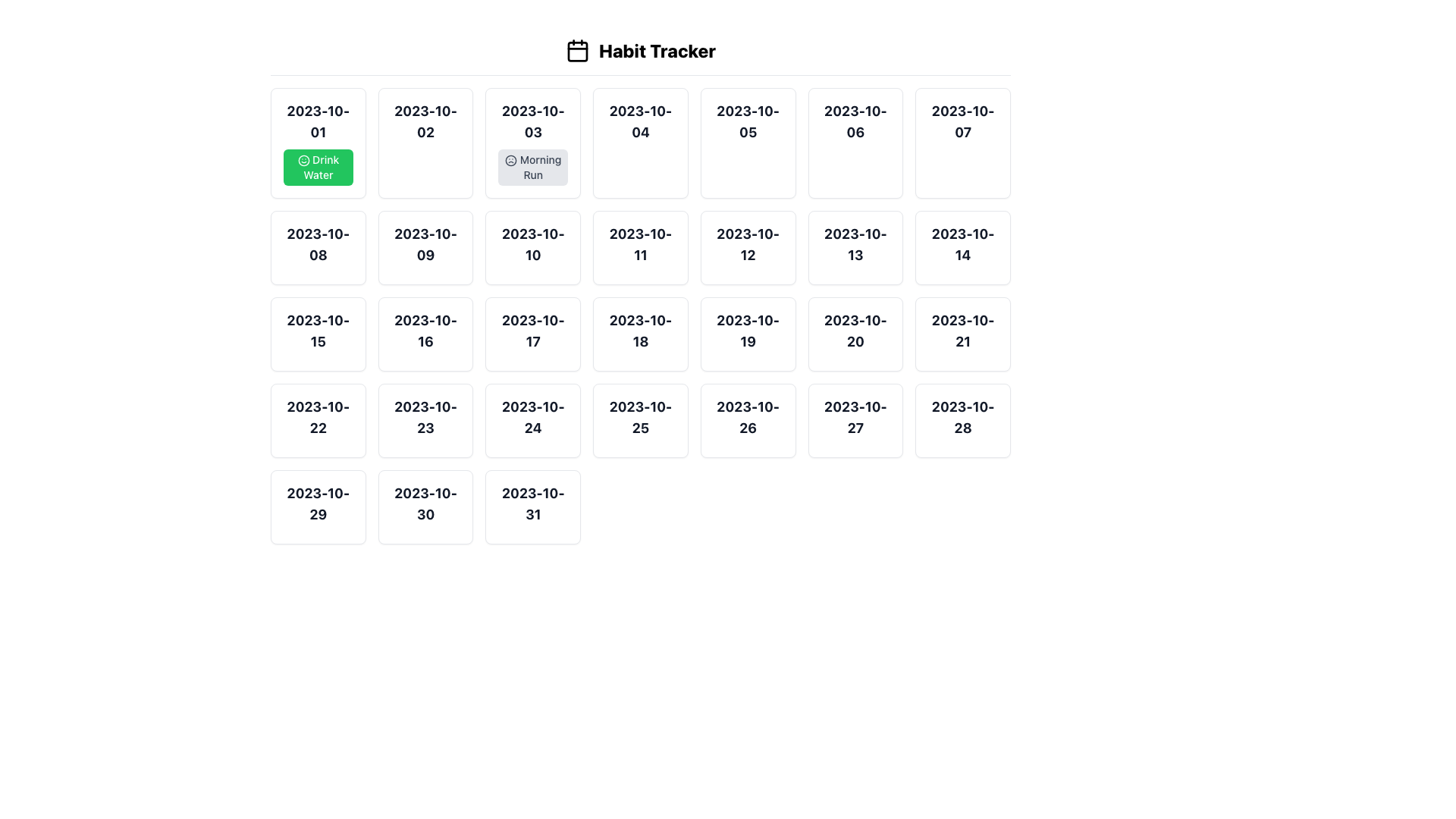 This screenshot has width=1456, height=819. I want to click on the Text Display element that shows the date '2023-10-23', which is located in the fifth row, second column of a grid layout with white rectangular cards, so click(425, 418).